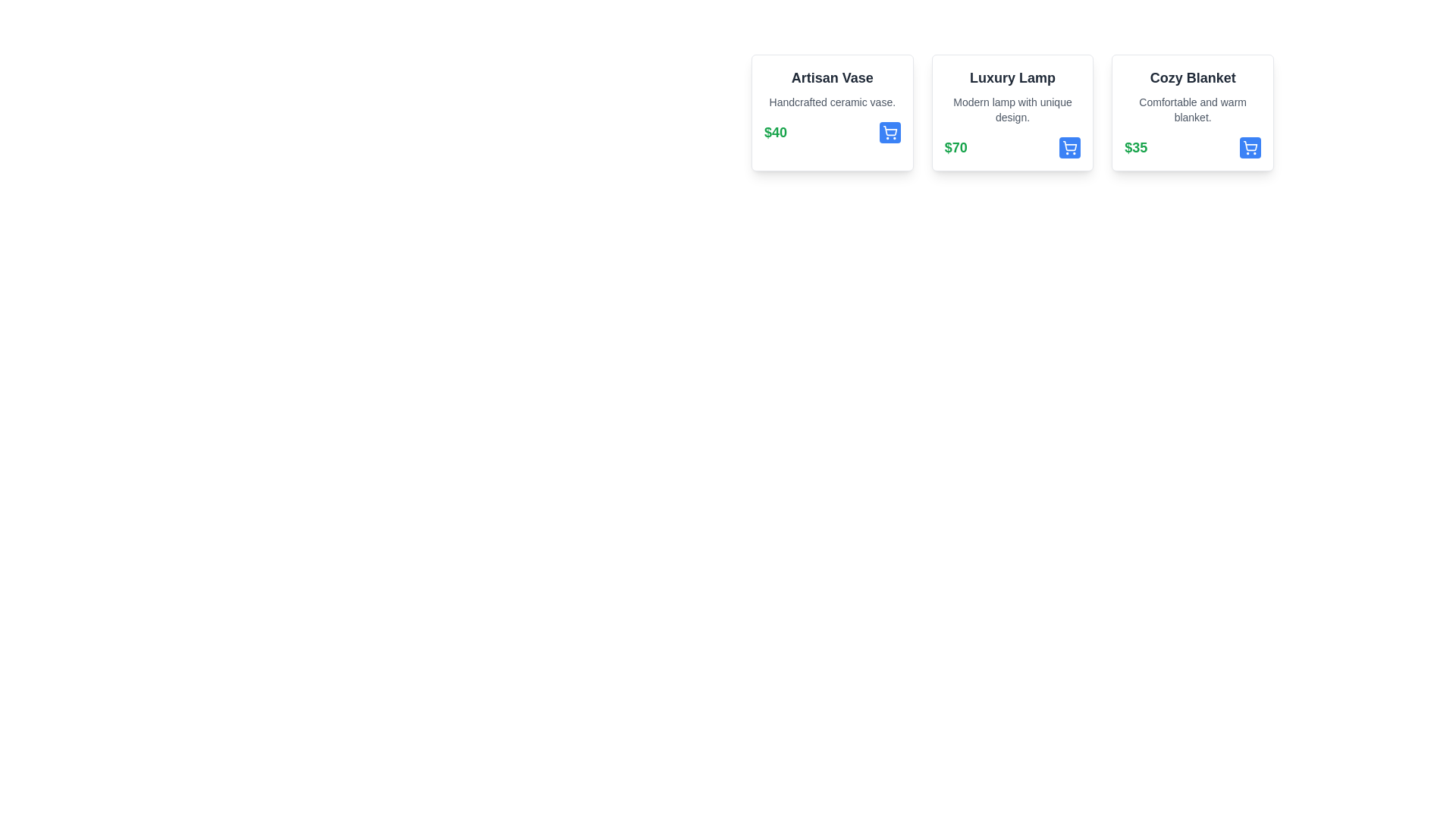 This screenshot has width=1456, height=819. Describe the element at coordinates (1136, 148) in the screenshot. I see `price displayed in the Text Label for the 'Cozy Blanket' product, located below its title and description, adjacent to the shopping cart icon` at that location.